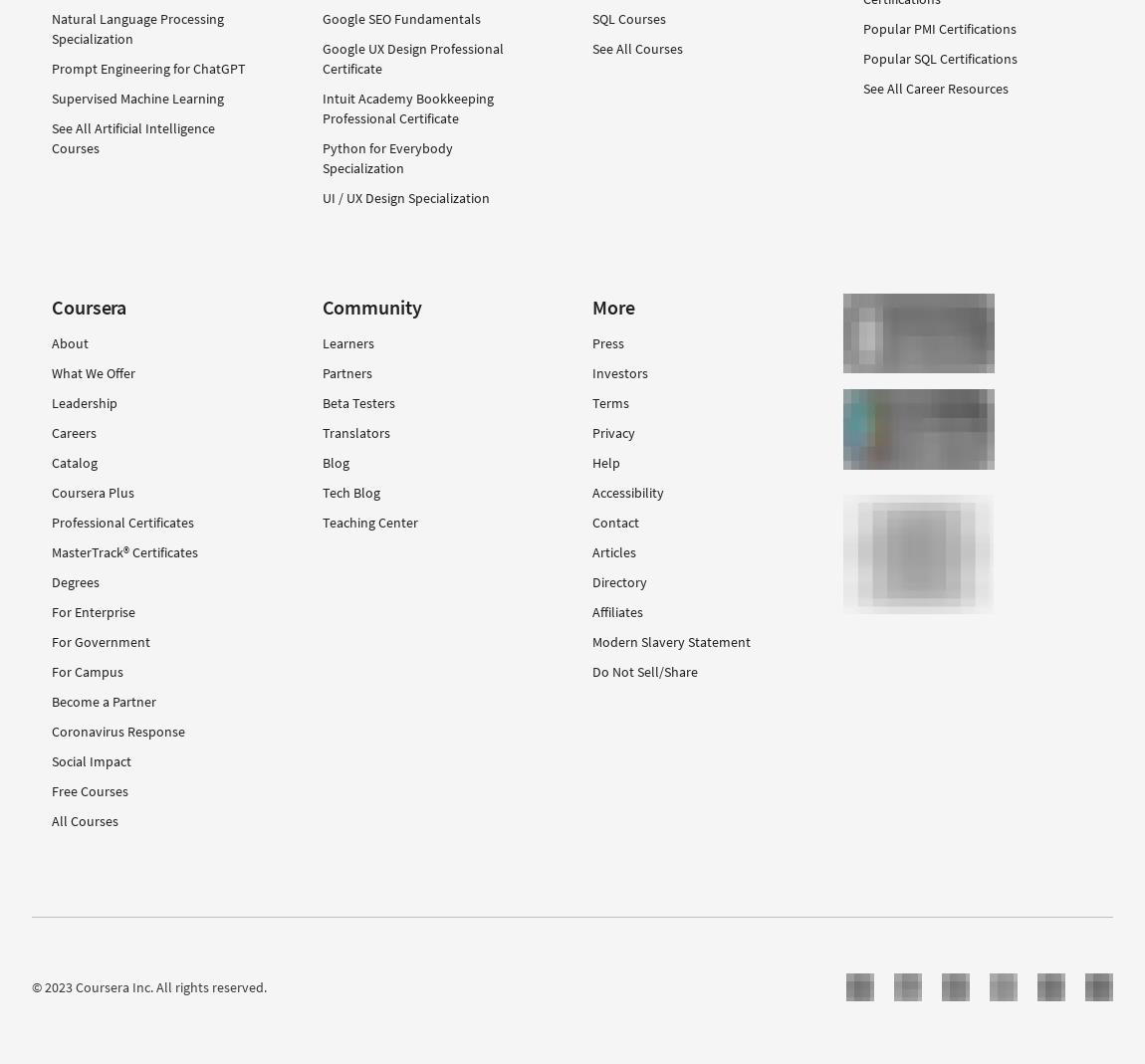 This screenshot has height=1064, width=1145. What do you see at coordinates (606, 342) in the screenshot?
I see `'Press'` at bounding box center [606, 342].